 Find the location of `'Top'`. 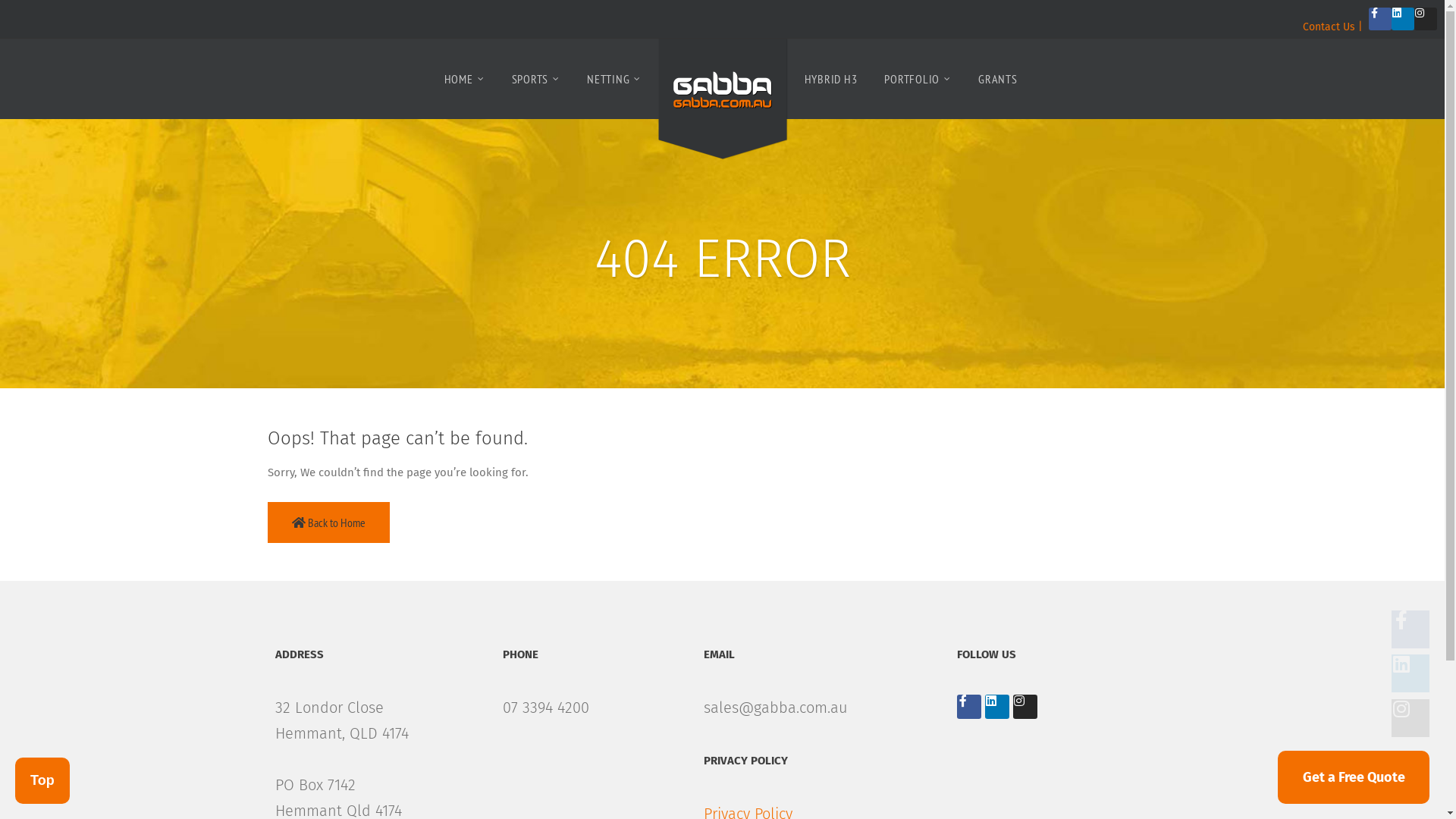

'Top' is located at coordinates (42, 780).